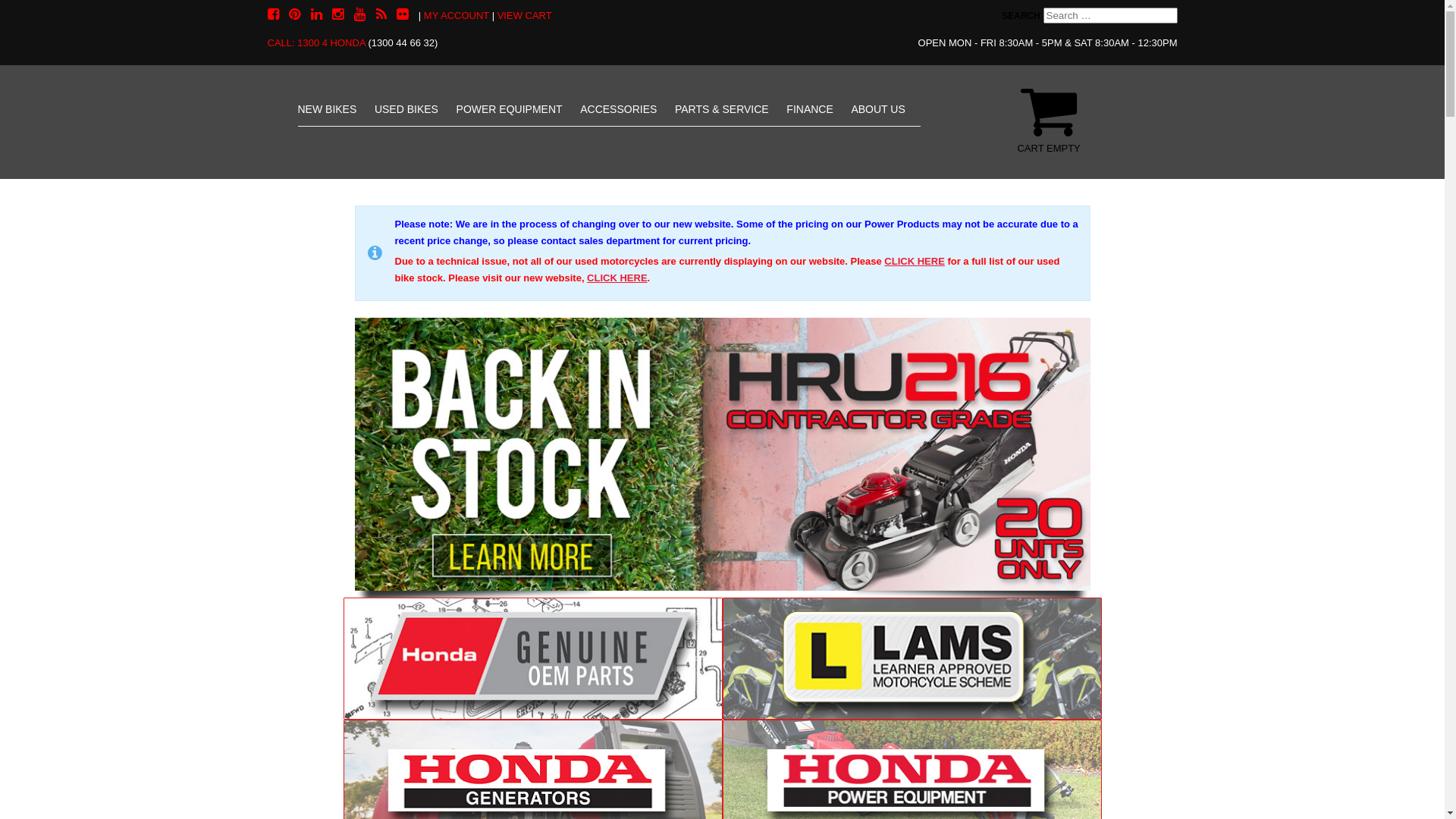  I want to click on 'MY ACCOUNT', so click(455, 15).